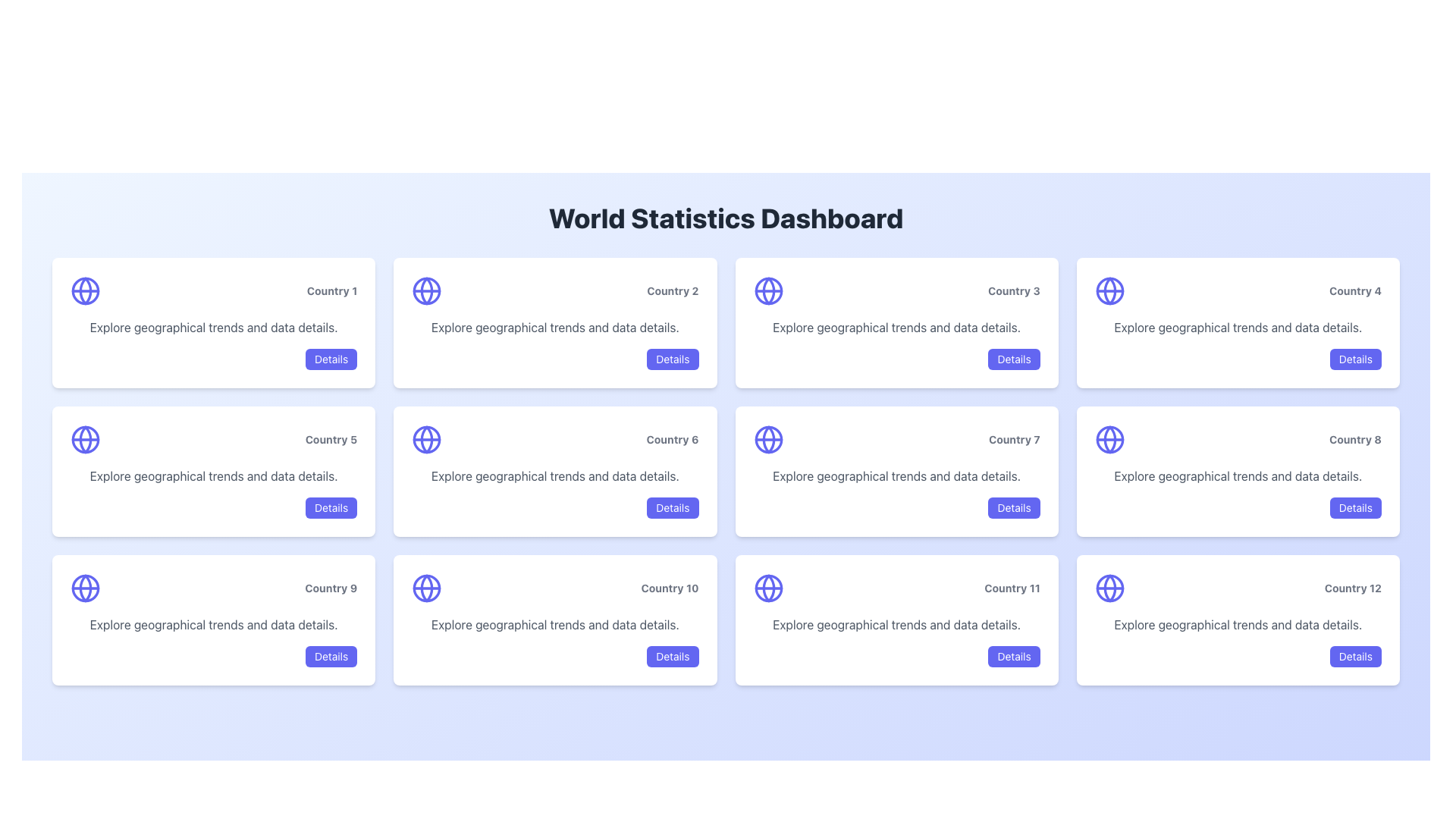 The width and height of the screenshot is (1456, 819). What do you see at coordinates (213, 322) in the screenshot?
I see `text content of the Card component labeled 'Country 1' located in the top-left corner of the dashboard` at bounding box center [213, 322].